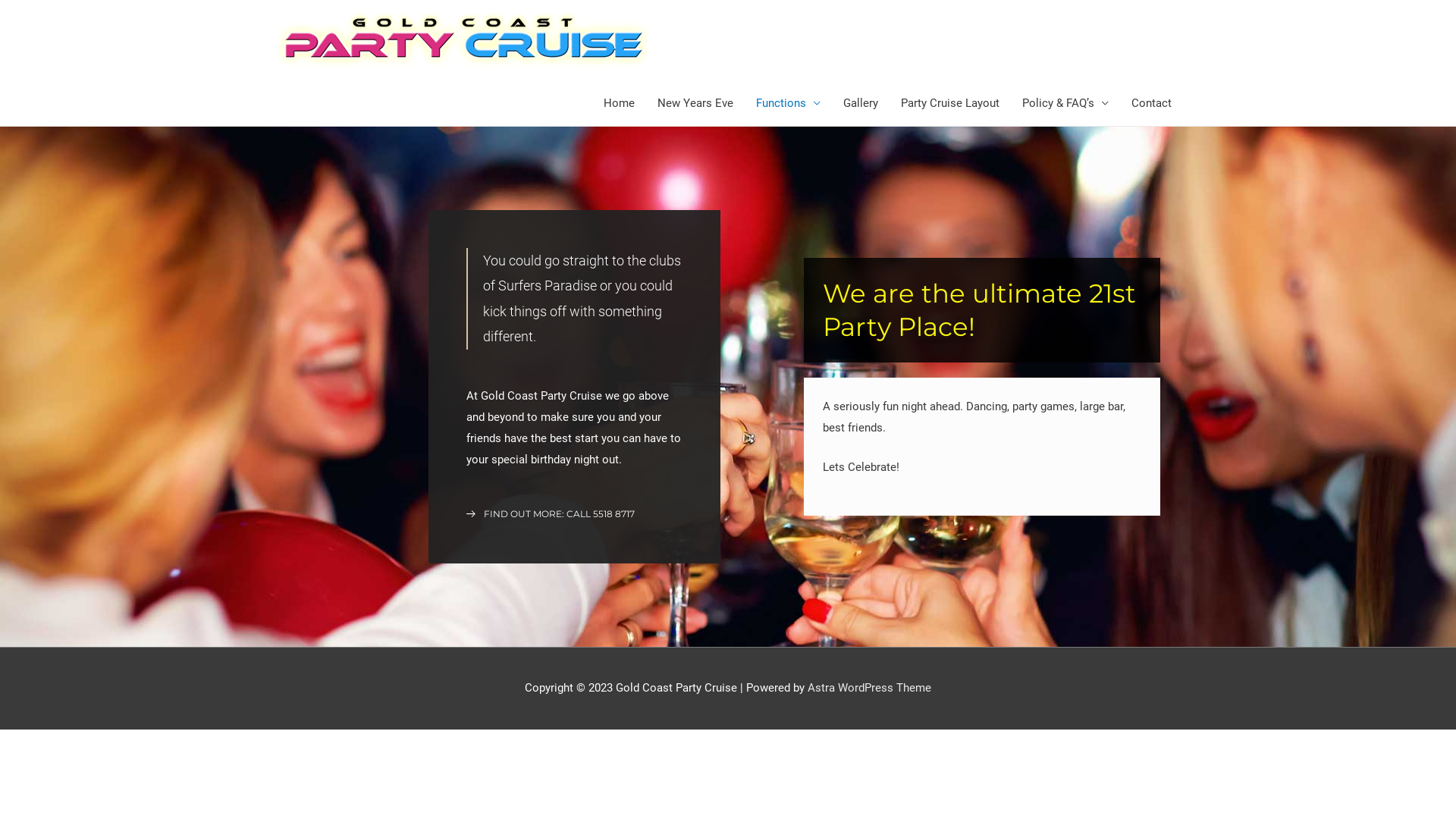 This screenshot has width=1456, height=819. I want to click on 'New Years Eve', so click(694, 102).